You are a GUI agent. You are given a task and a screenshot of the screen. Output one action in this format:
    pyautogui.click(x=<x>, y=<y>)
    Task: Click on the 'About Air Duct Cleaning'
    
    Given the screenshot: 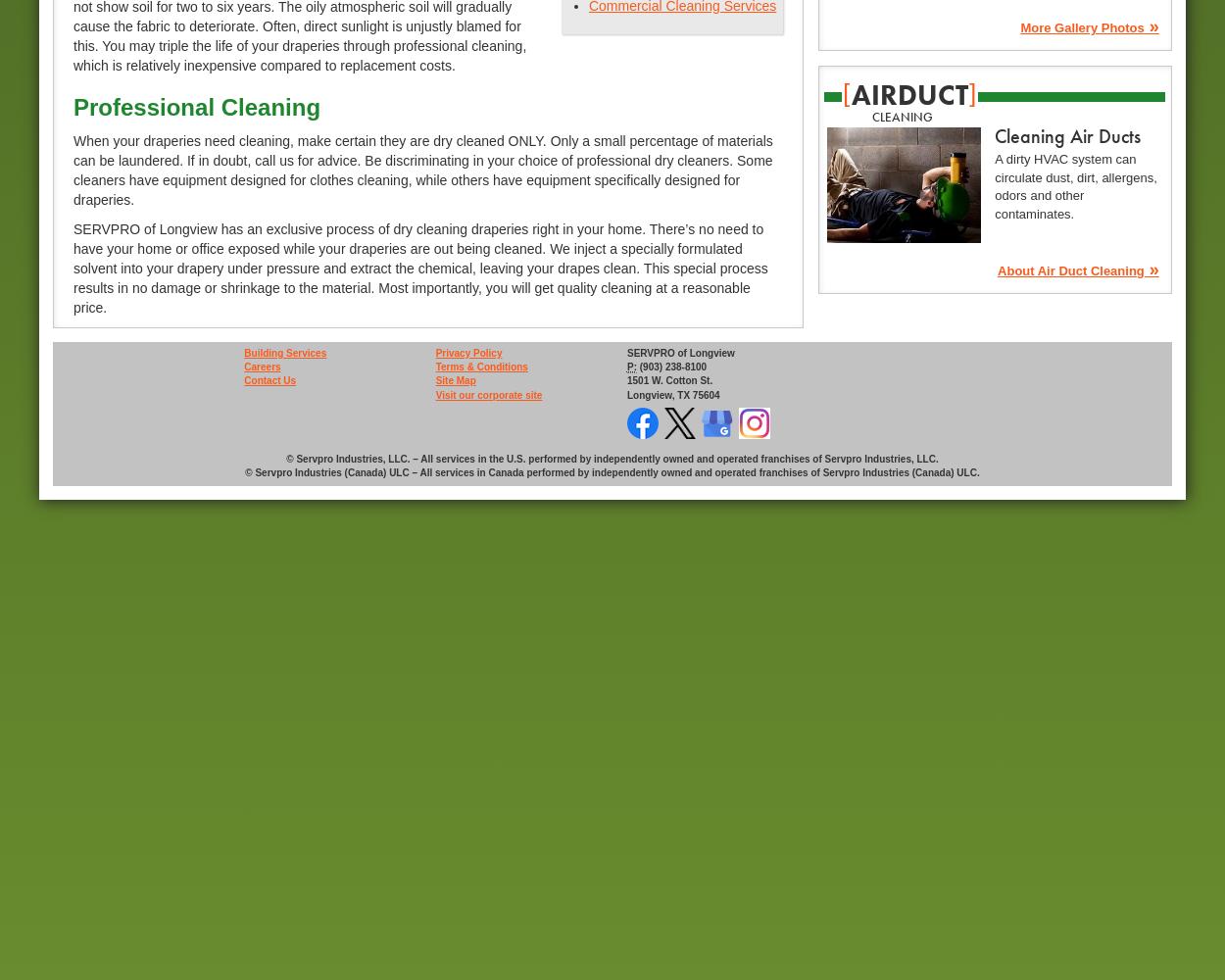 What is the action you would take?
    pyautogui.click(x=998, y=269)
    